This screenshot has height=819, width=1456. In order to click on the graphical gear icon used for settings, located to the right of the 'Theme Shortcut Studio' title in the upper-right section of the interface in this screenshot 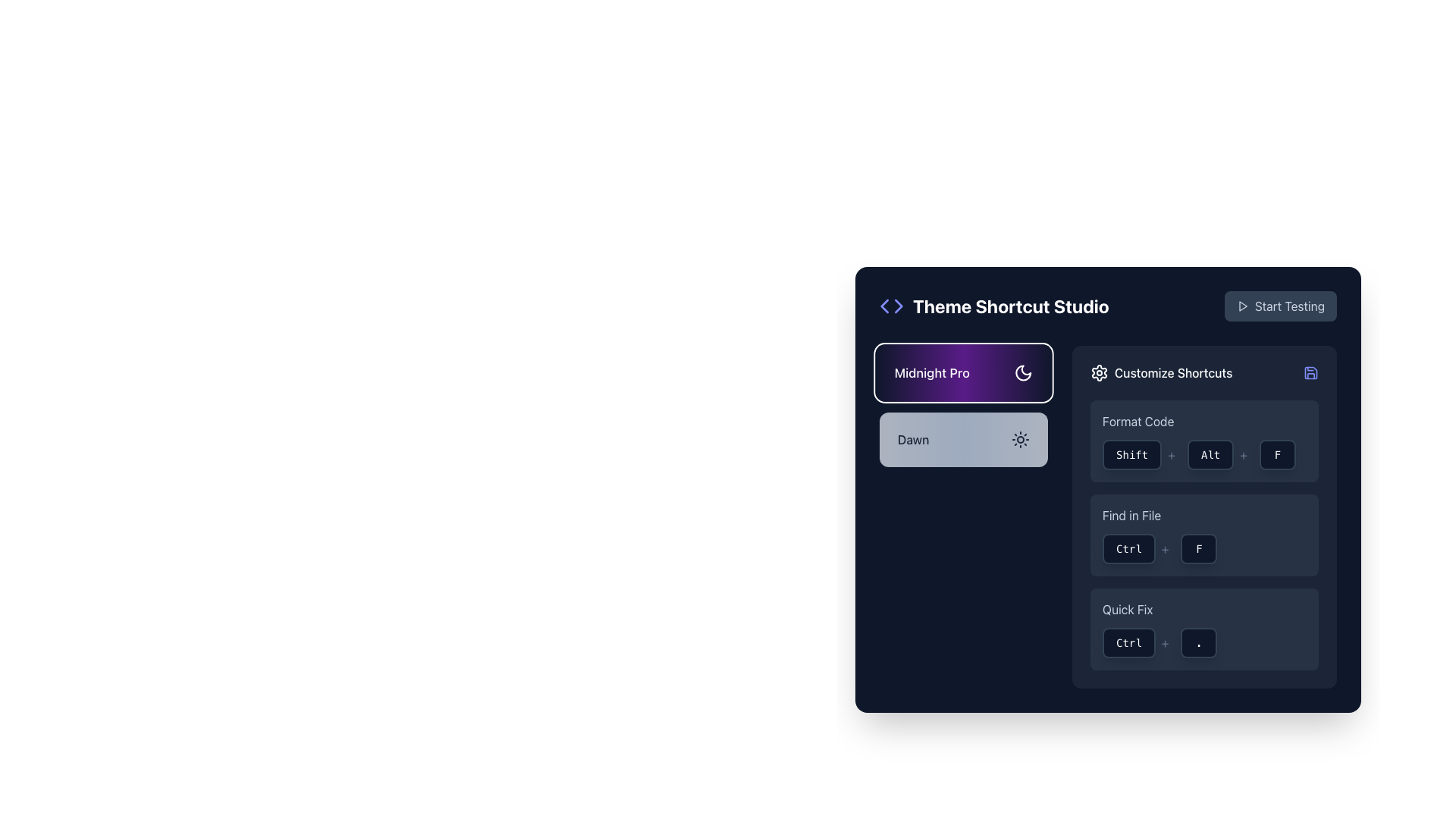, I will do `click(1099, 373)`.